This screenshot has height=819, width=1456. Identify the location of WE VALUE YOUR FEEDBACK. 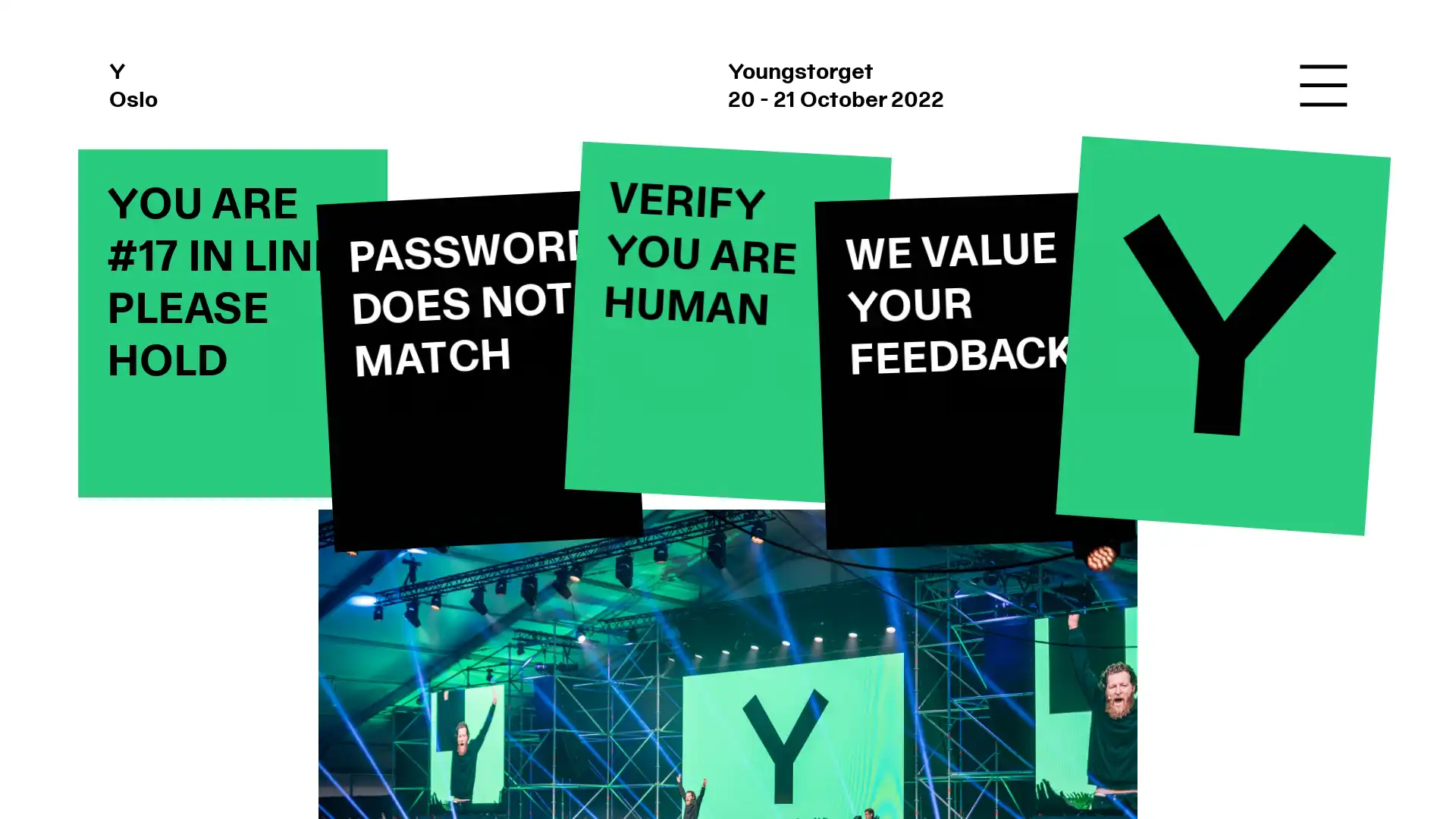
(975, 369).